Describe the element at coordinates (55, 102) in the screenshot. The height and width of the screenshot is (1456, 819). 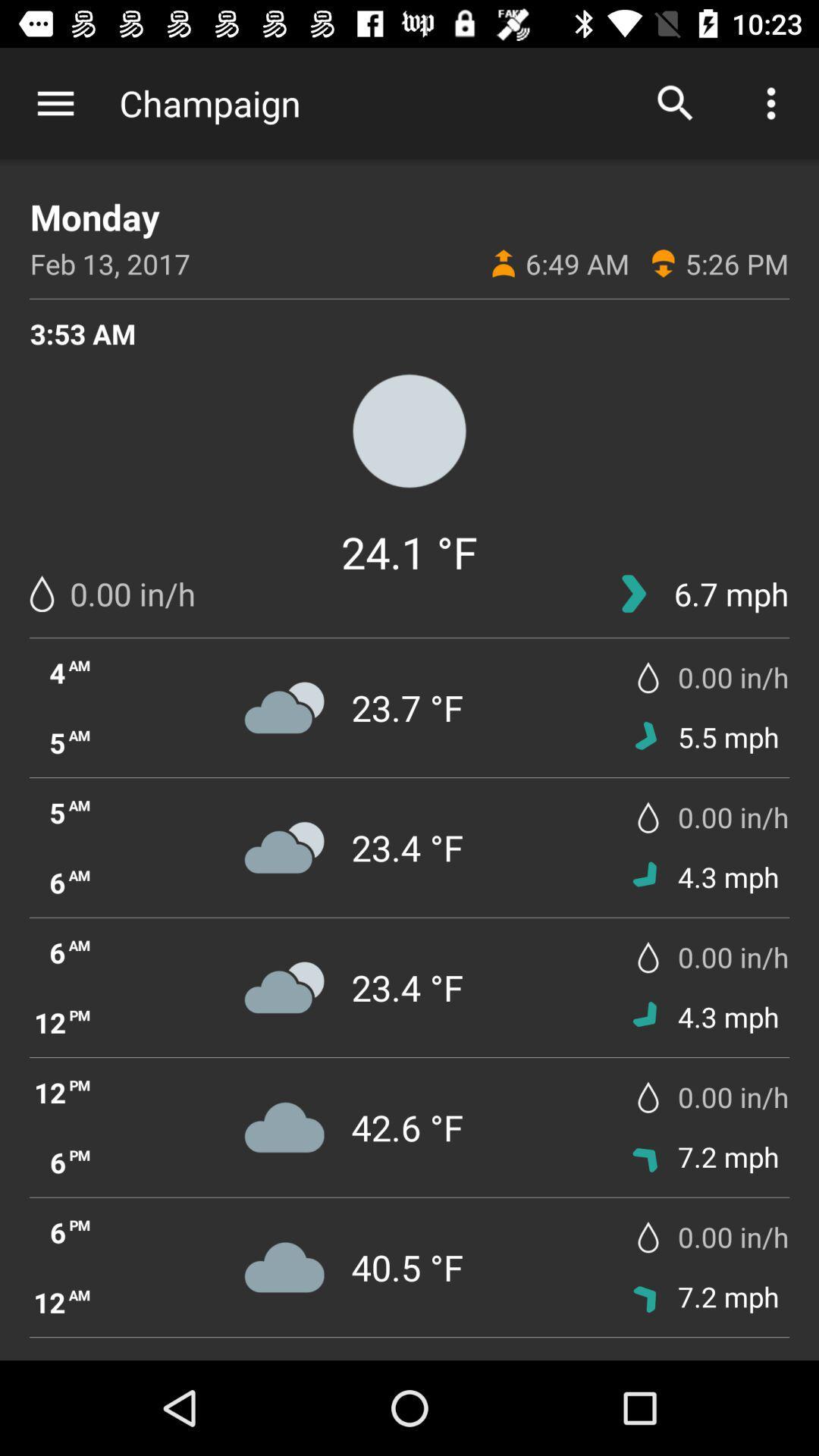
I see `the item to the left of champaign icon` at that location.